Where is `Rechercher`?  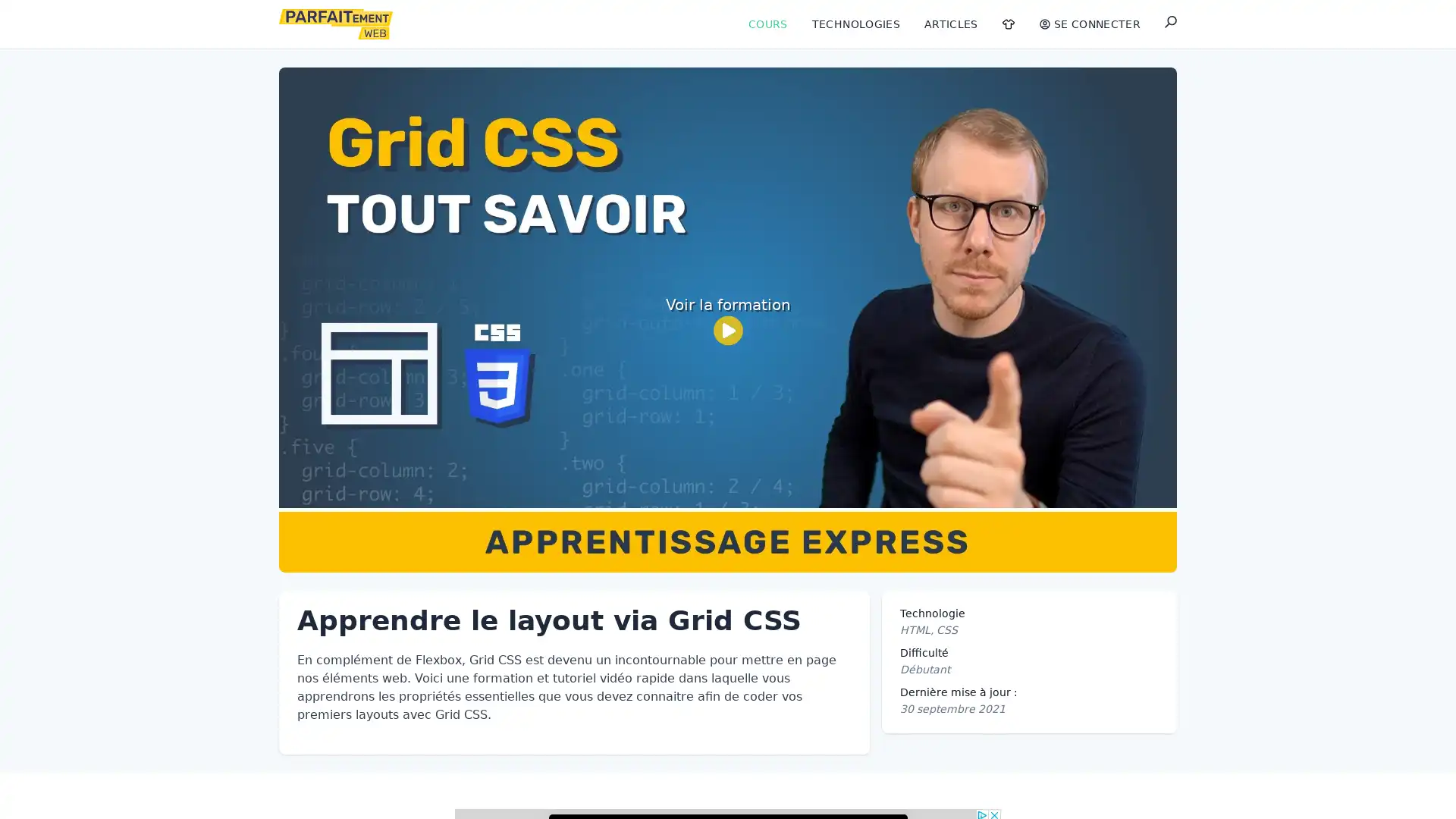
Rechercher is located at coordinates (1170, 20).